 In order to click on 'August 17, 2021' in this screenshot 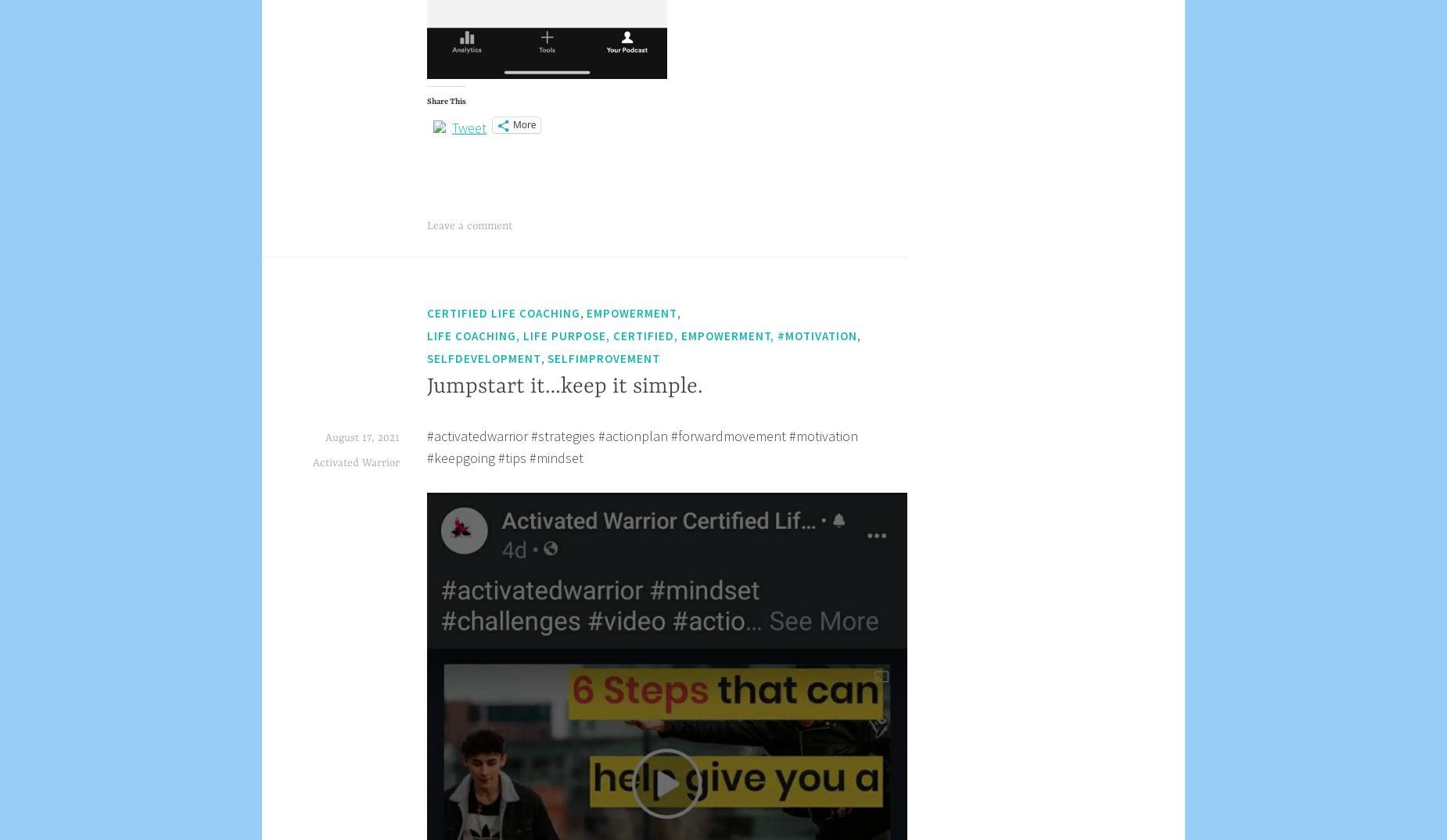, I will do `click(325, 436)`.